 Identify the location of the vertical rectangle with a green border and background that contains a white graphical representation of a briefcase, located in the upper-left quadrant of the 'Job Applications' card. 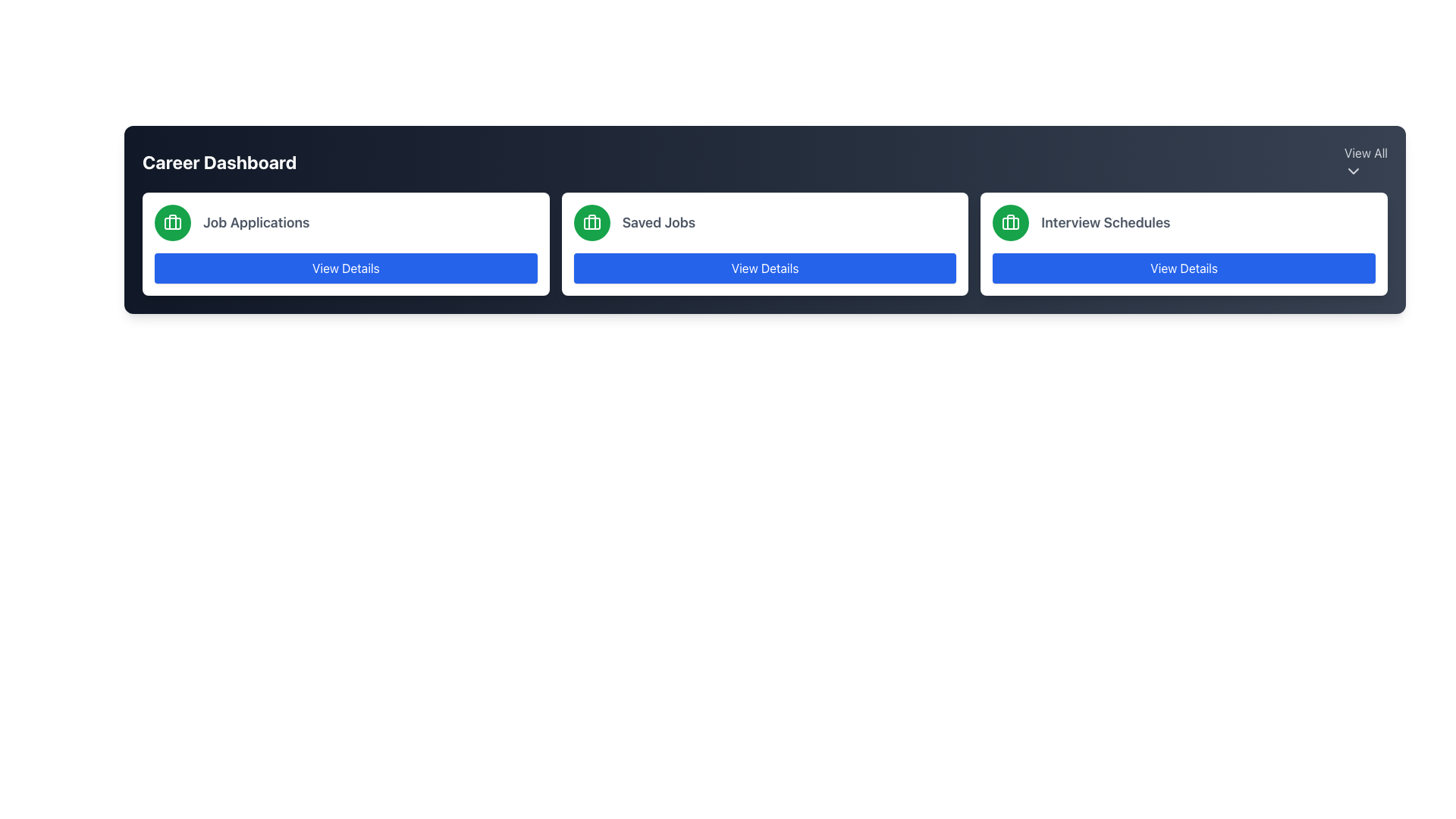
(172, 222).